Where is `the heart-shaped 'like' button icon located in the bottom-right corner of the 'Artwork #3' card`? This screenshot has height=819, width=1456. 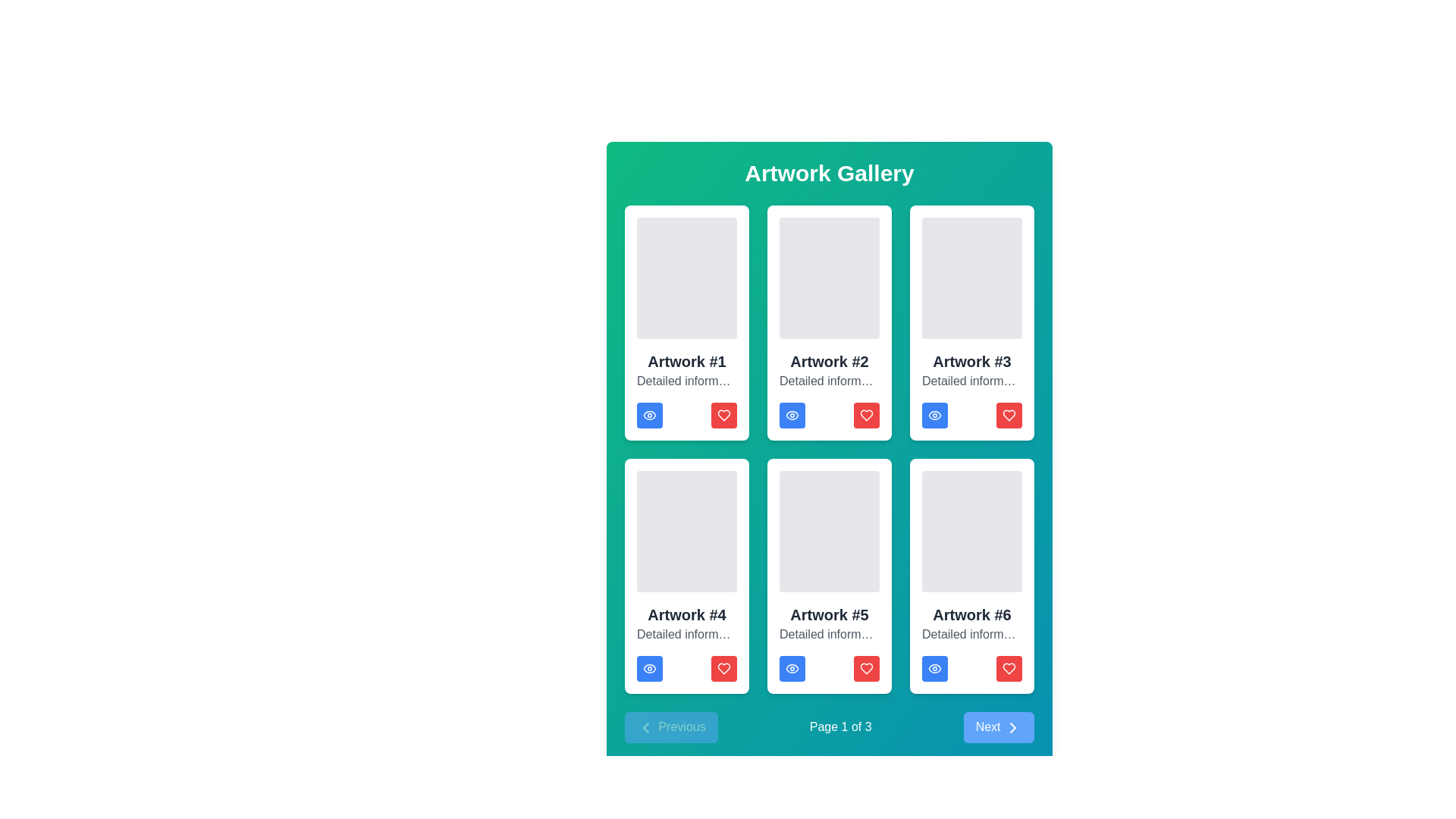 the heart-shaped 'like' button icon located in the bottom-right corner of the 'Artwork #3' card is located at coordinates (1009, 415).